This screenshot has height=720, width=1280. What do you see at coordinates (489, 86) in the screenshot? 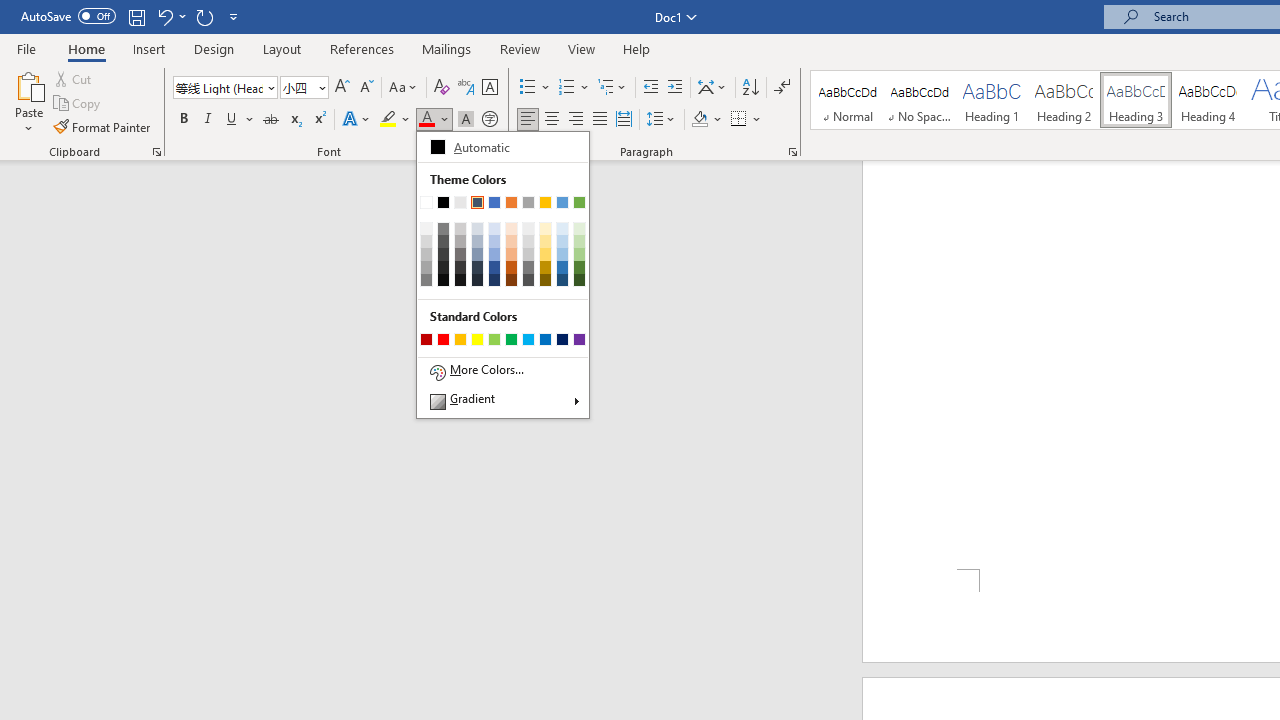
I see `'Character Border'` at bounding box center [489, 86].